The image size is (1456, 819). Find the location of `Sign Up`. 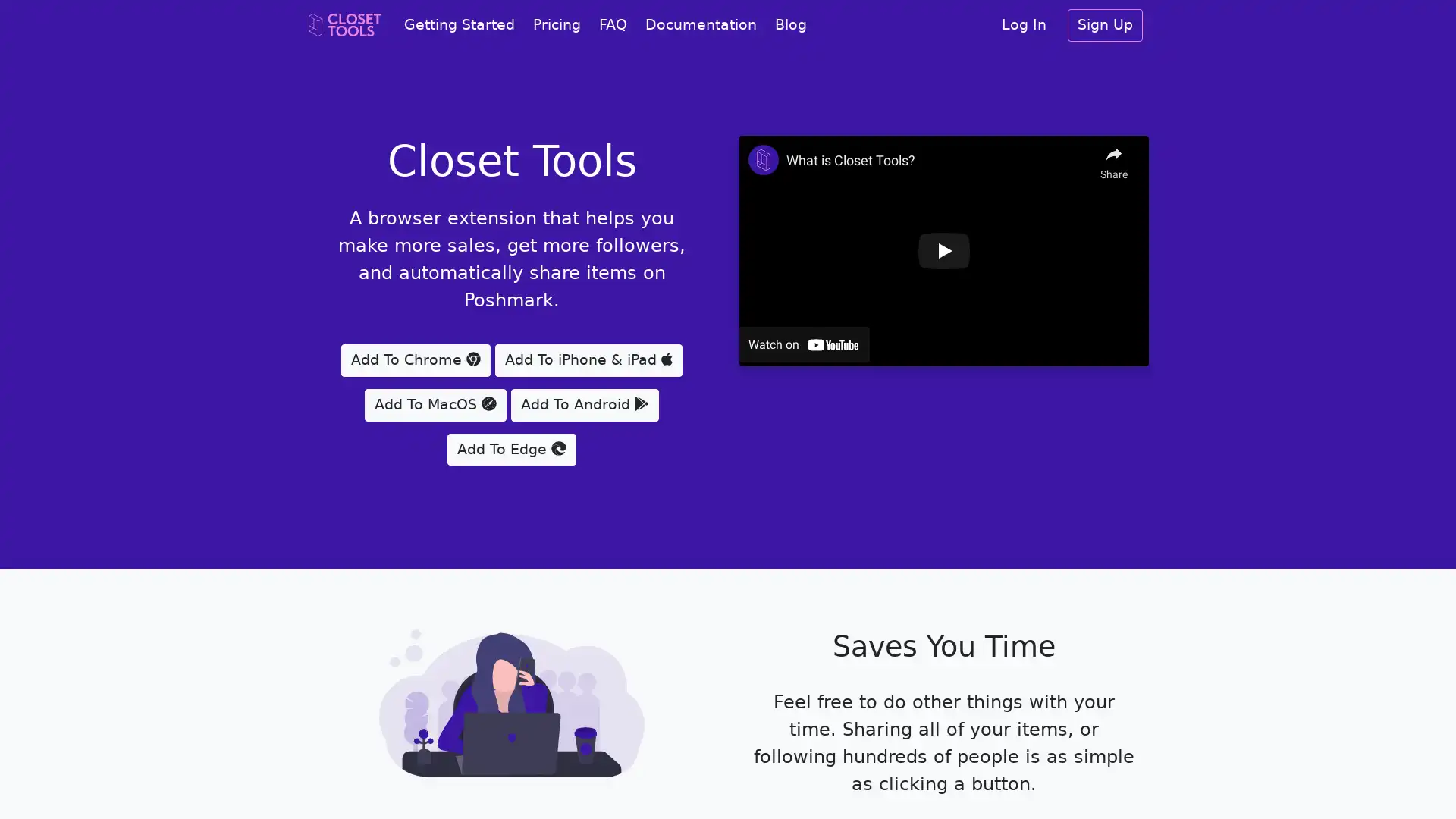

Sign Up is located at coordinates (1105, 25).